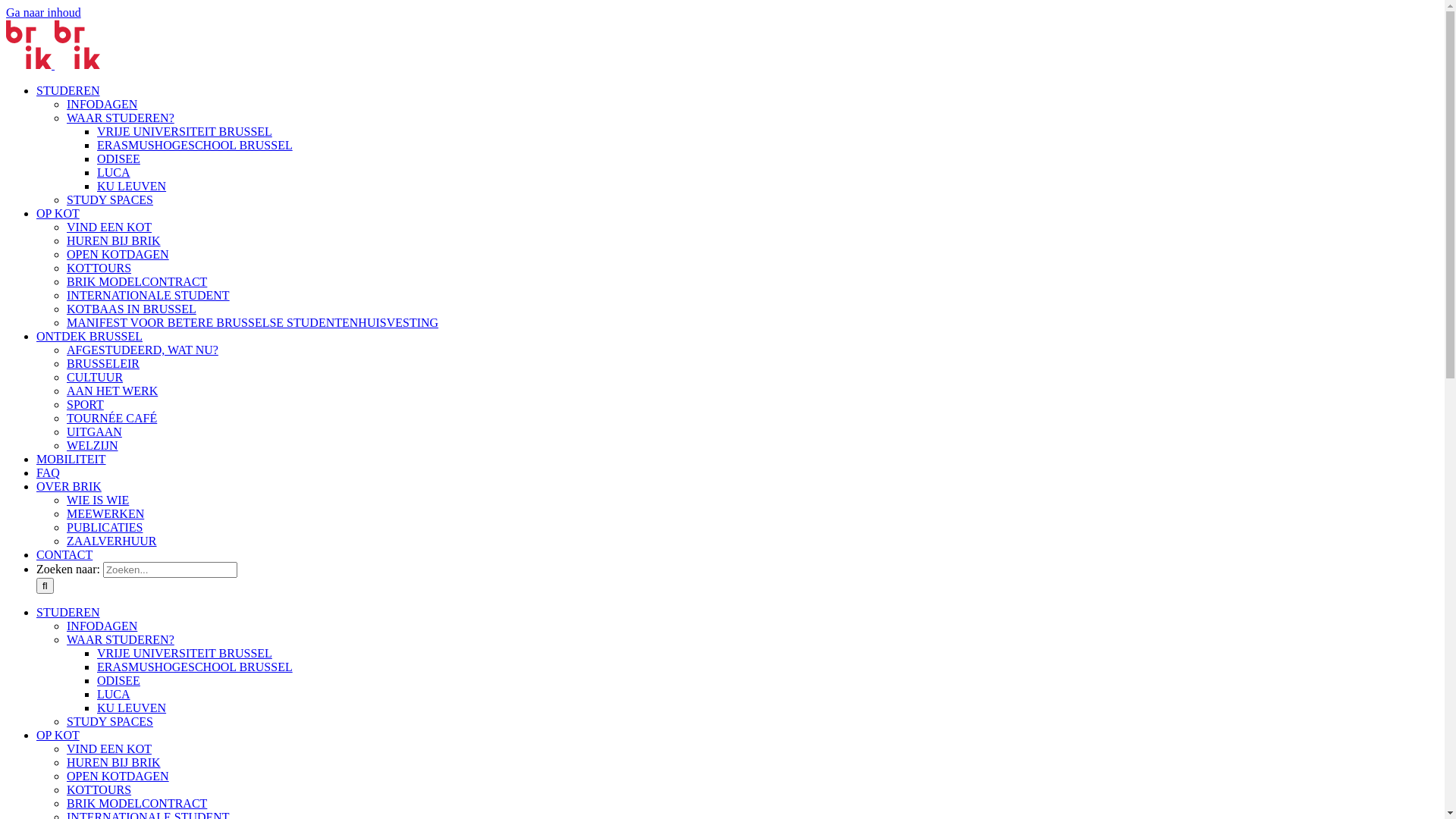  I want to click on 'CONTACT', so click(64, 554).